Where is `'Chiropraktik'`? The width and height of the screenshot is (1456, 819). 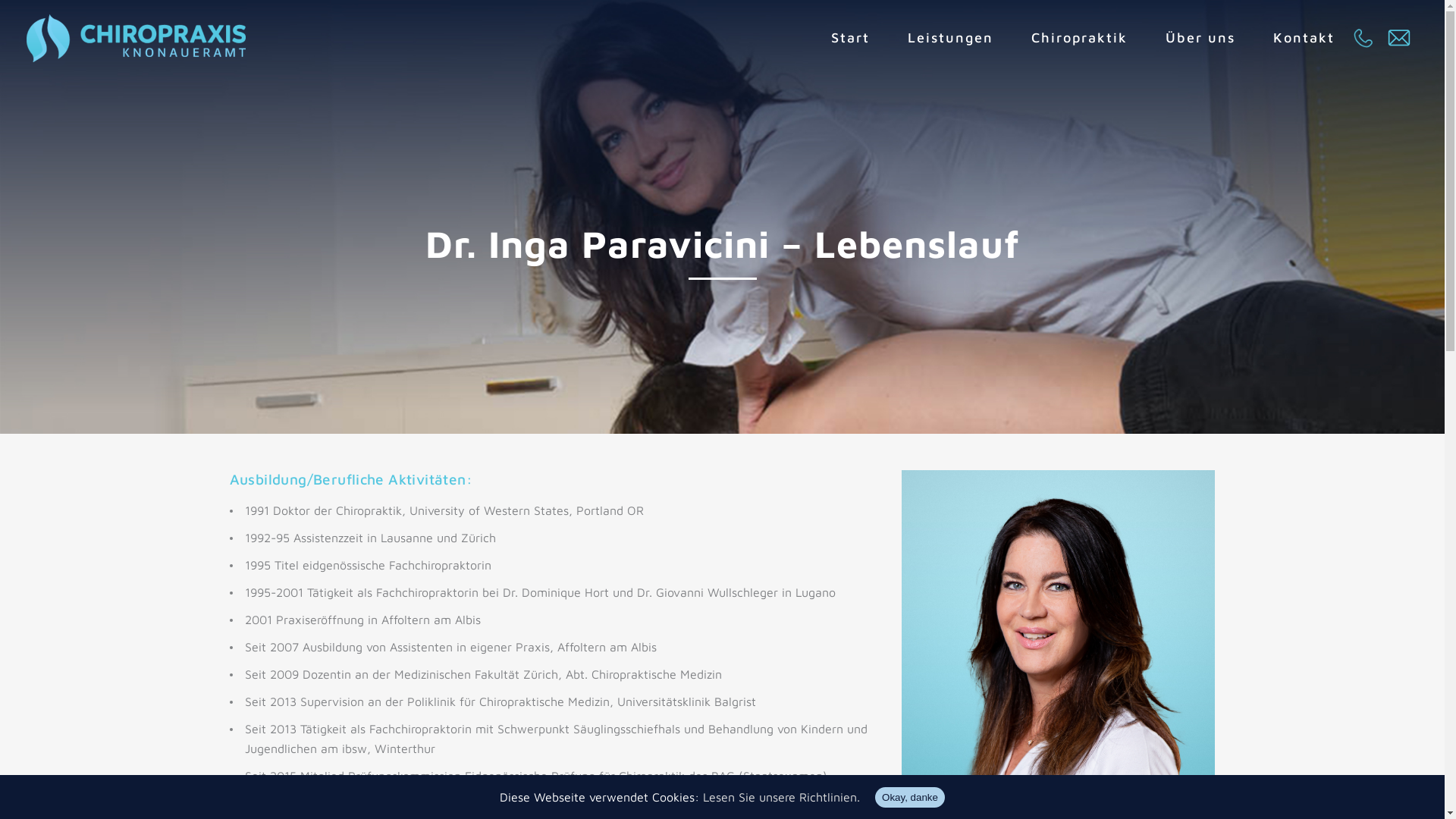 'Chiropraktik' is located at coordinates (1012, 37).